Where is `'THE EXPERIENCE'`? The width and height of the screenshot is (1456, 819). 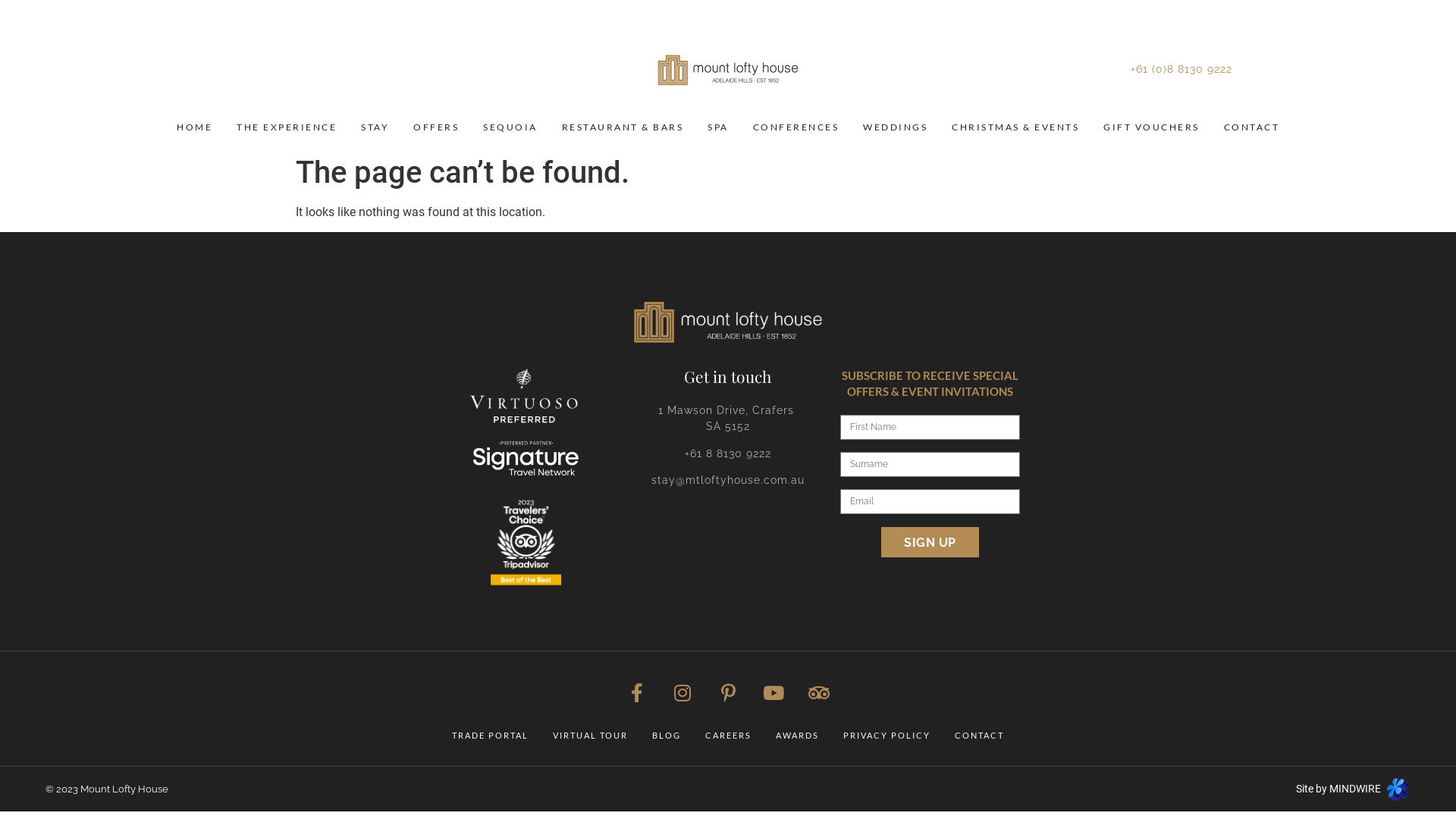
'THE EXPERIENCE' is located at coordinates (236, 126).